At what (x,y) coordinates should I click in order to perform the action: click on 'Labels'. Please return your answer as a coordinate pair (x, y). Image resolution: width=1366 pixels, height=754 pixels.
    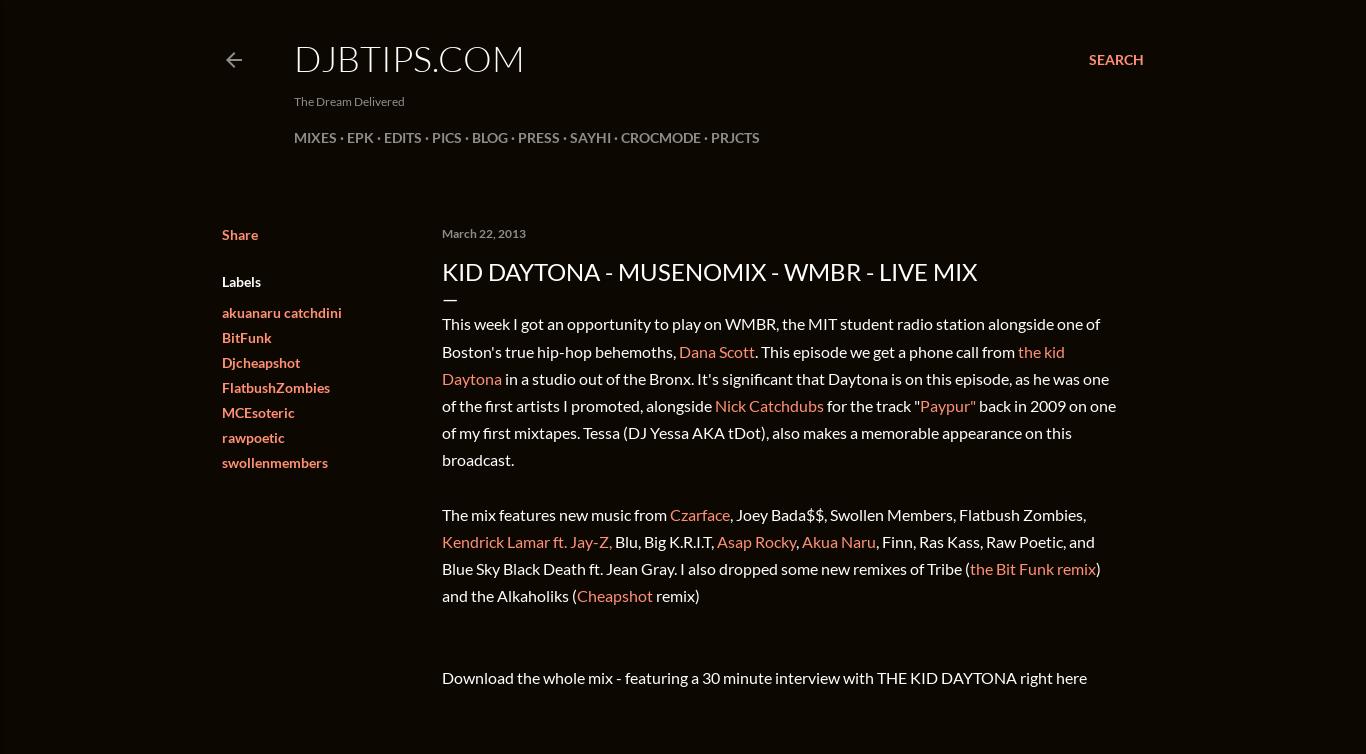
    Looking at the image, I should click on (241, 280).